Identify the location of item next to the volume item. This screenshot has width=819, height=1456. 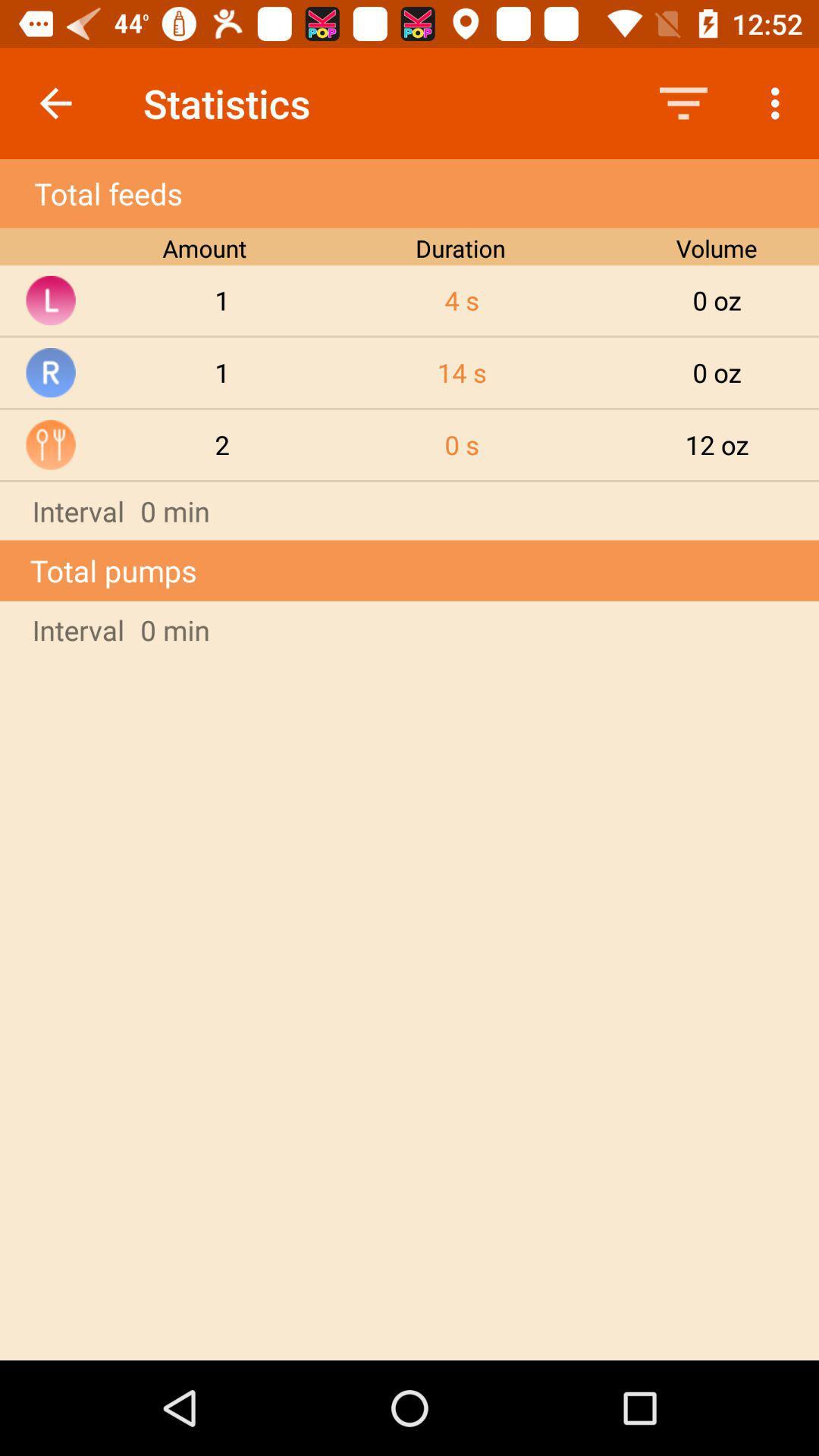
(461, 300).